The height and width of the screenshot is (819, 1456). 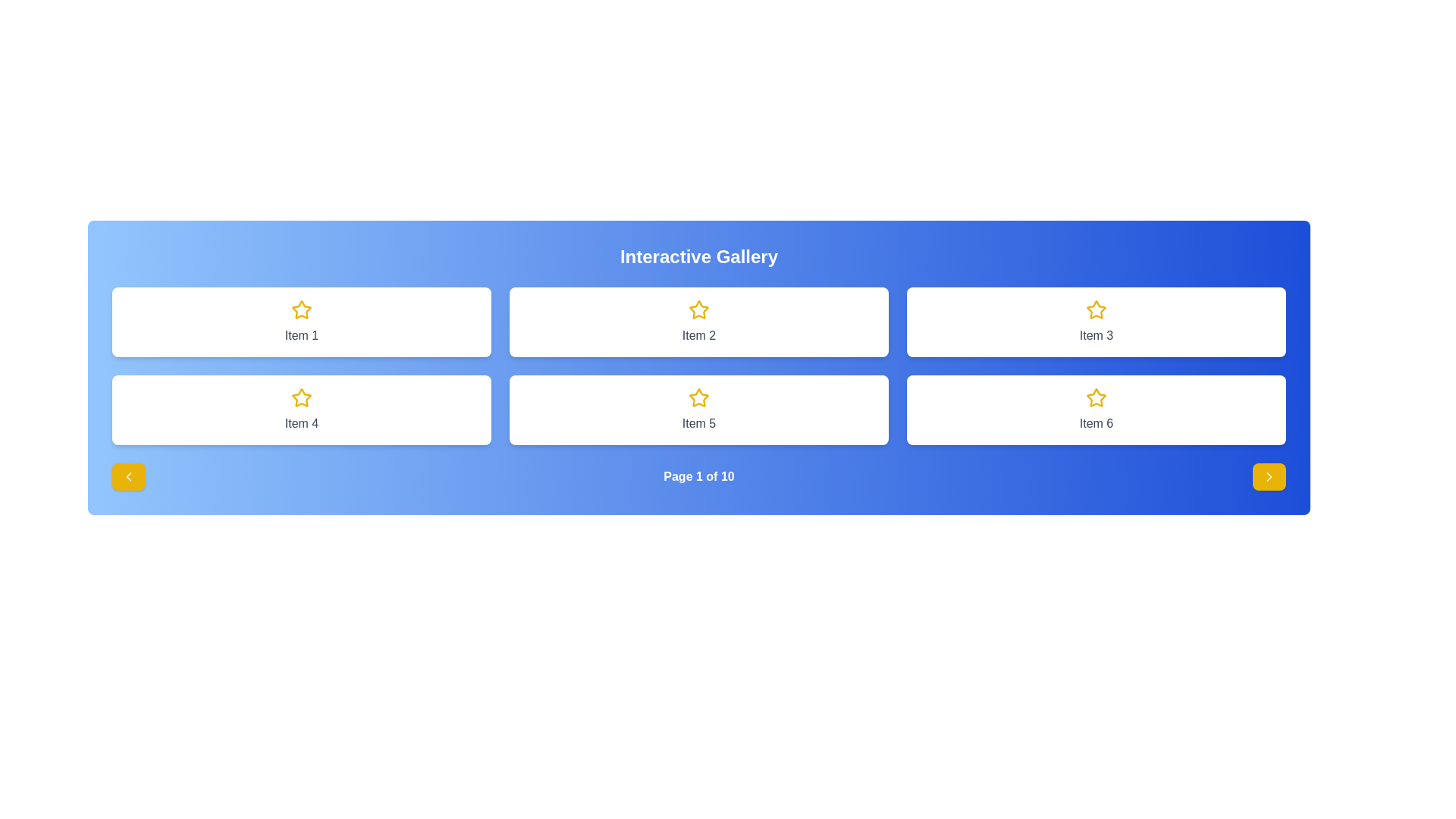 What do you see at coordinates (1269, 475) in the screenshot?
I see `the circular yellow button containing the rightward-pointing chevron icon located at the bottom-right corner of the blue gallery interface` at bounding box center [1269, 475].